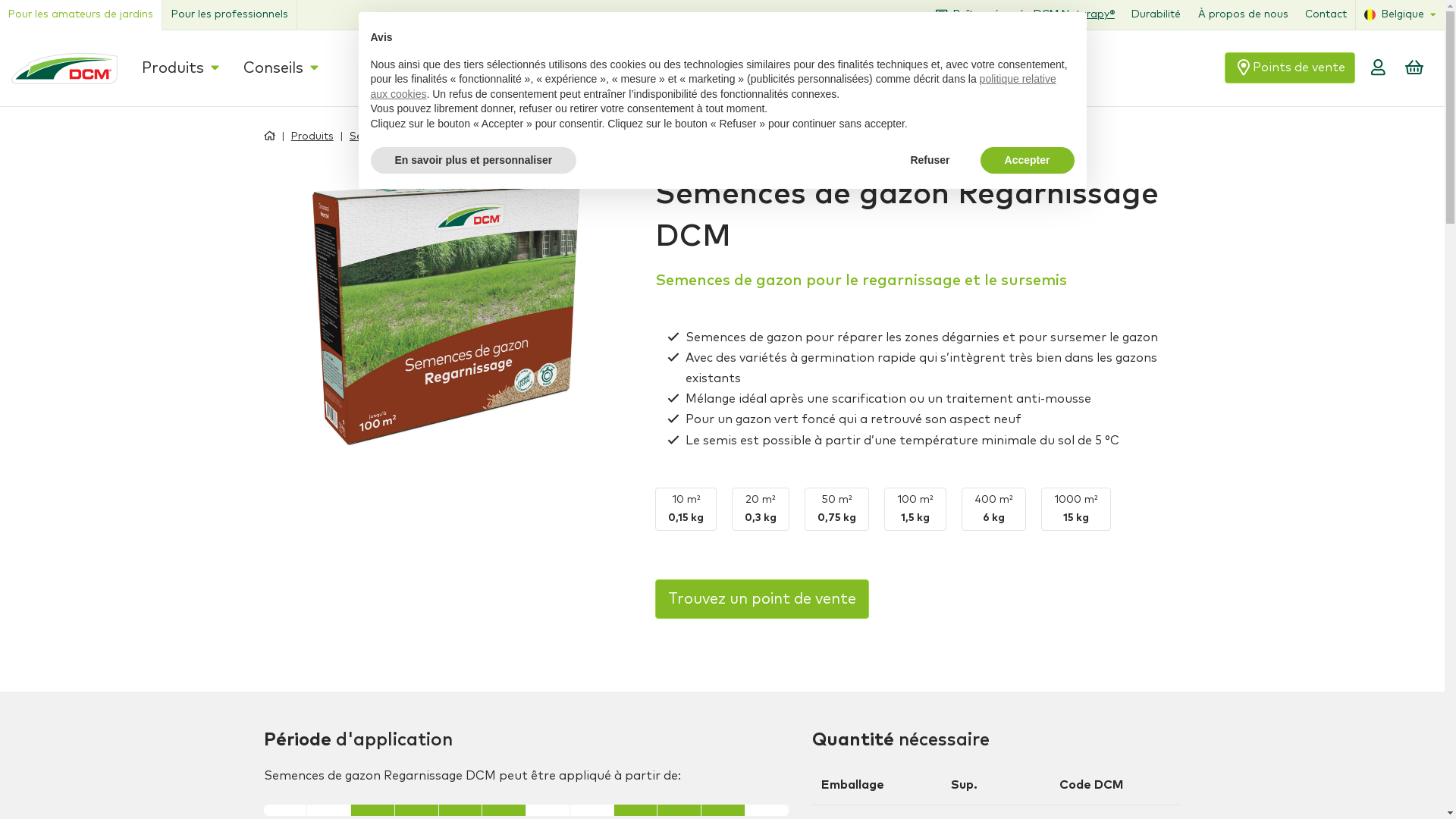 The width and height of the screenshot is (1456, 819). What do you see at coordinates (300, 134) in the screenshot?
I see `'Produits'` at bounding box center [300, 134].